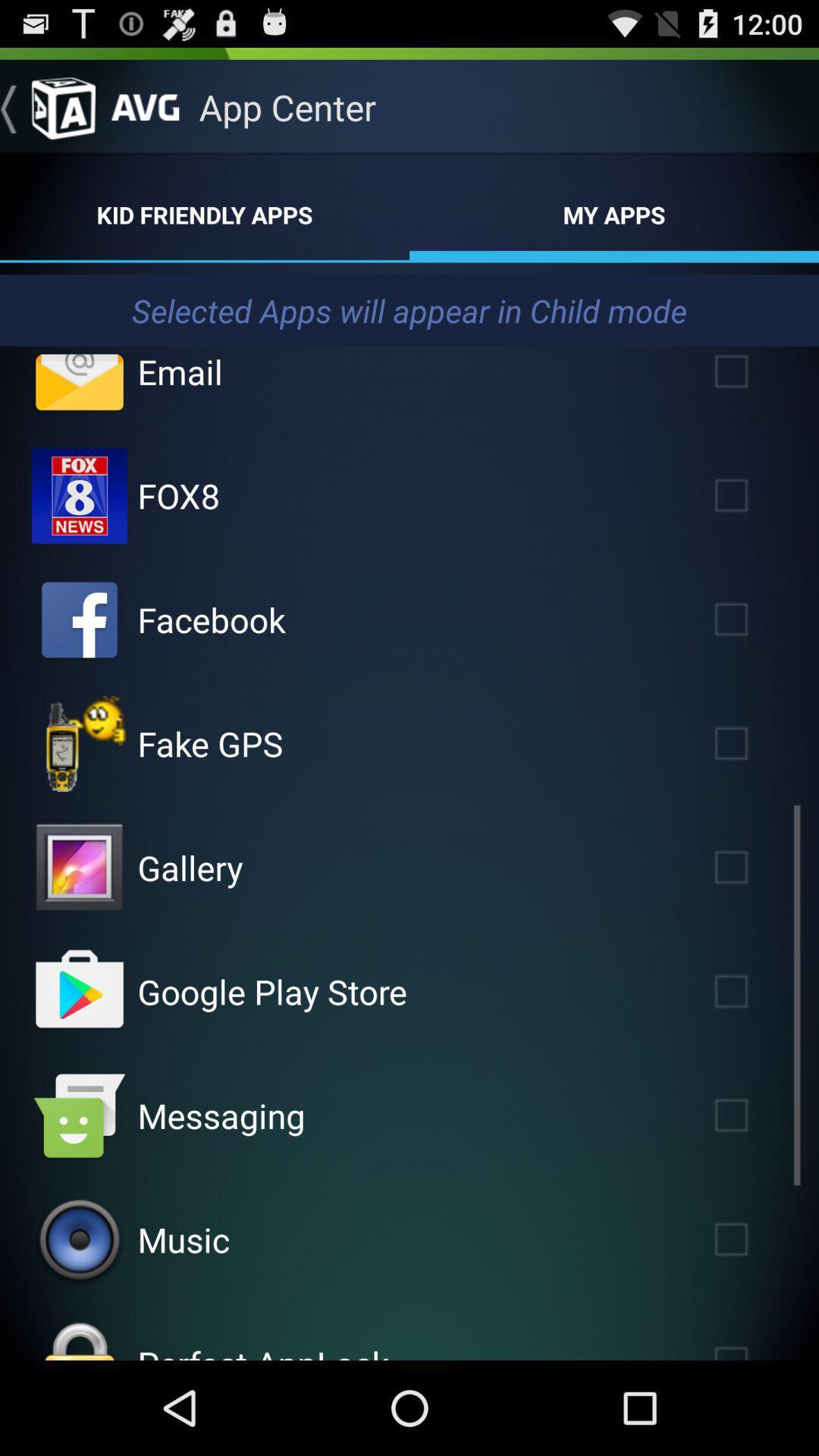 Image resolution: width=819 pixels, height=1456 pixels. Describe the element at coordinates (177, 495) in the screenshot. I see `the fox8 item` at that location.